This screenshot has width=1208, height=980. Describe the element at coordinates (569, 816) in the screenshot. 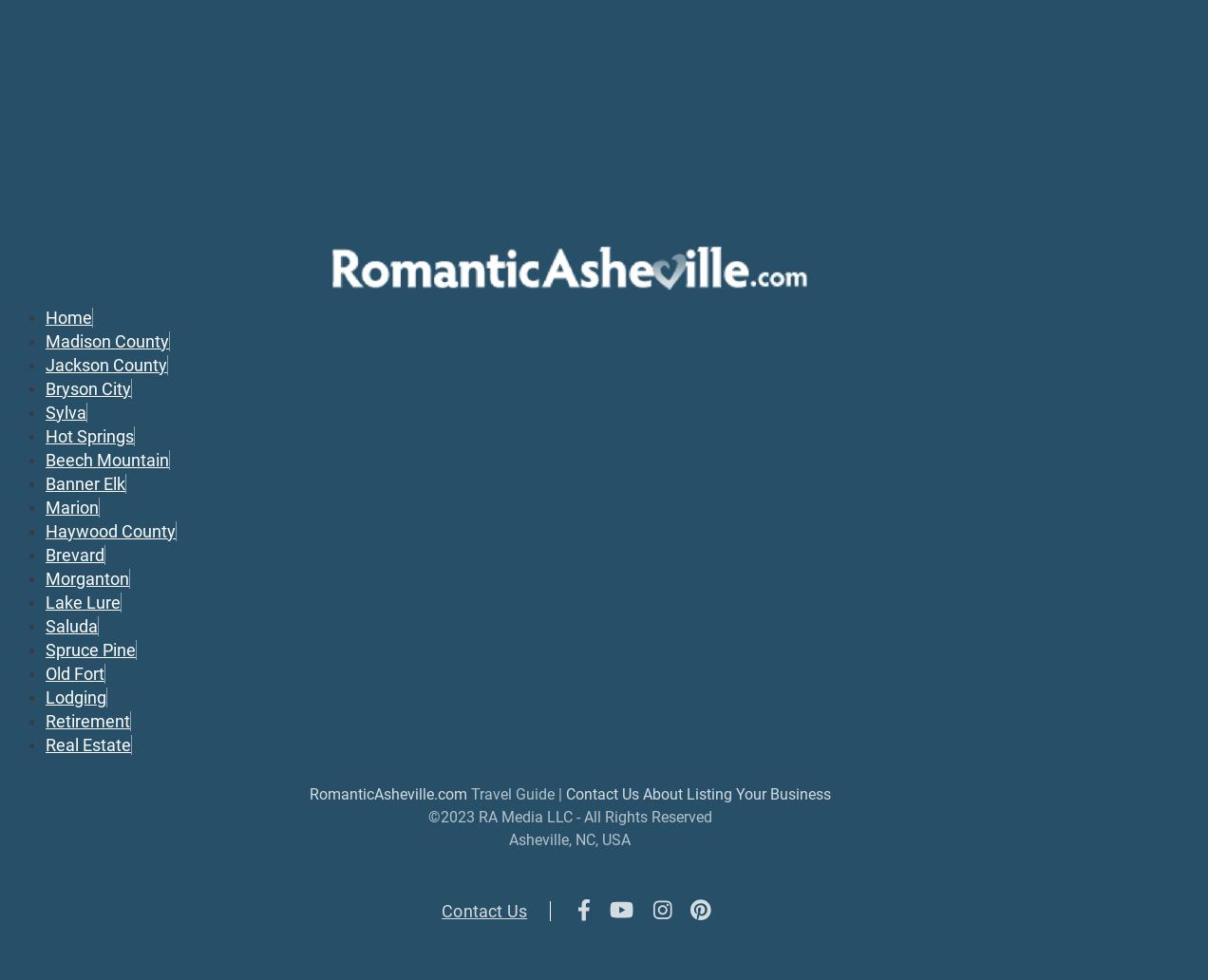

I see `'©2023 RA Media LLC - All Rights Reserved'` at that location.